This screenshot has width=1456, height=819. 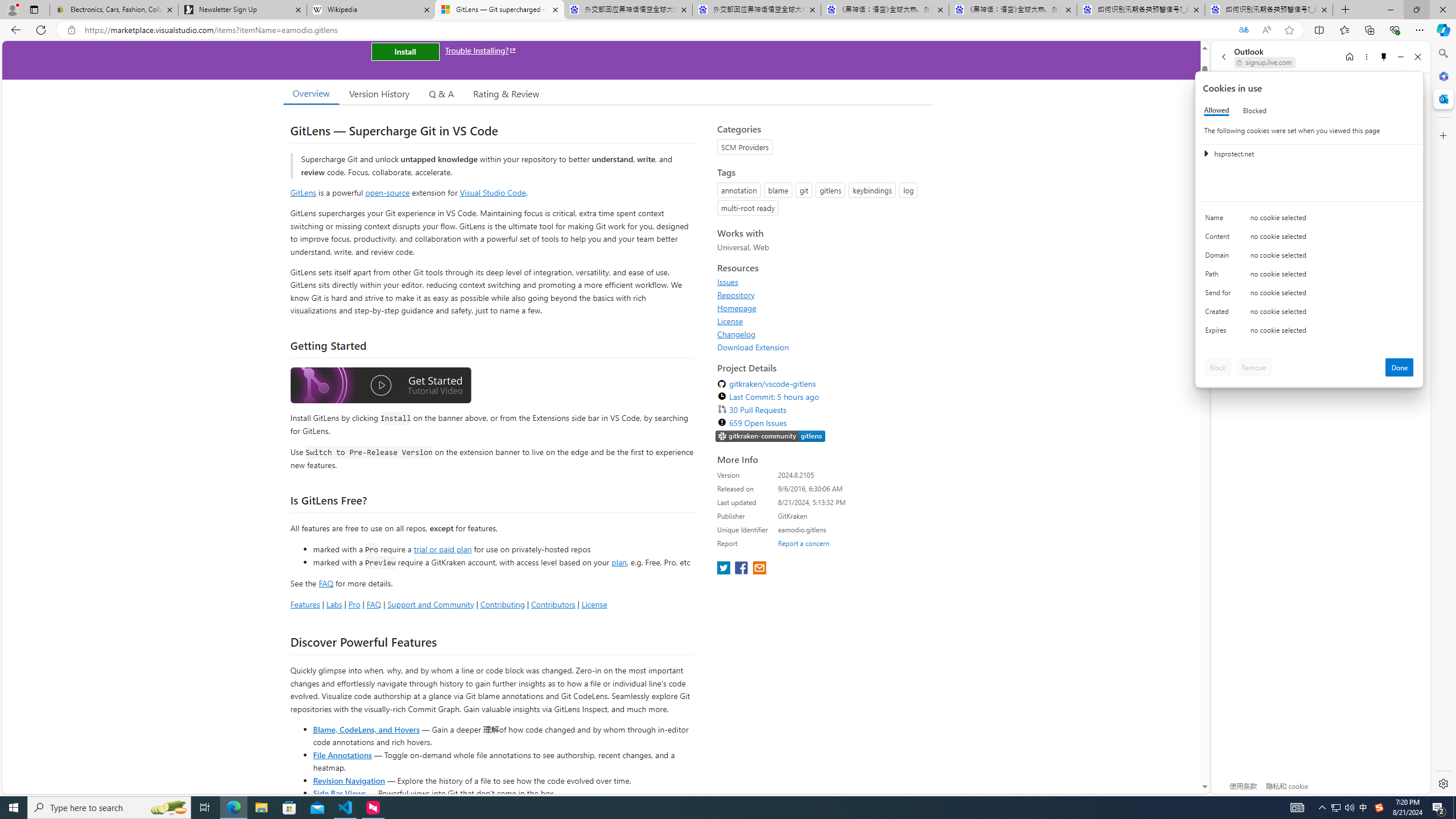 What do you see at coordinates (1219, 220) in the screenshot?
I see `'Name'` at bounding box center [1219, 220].